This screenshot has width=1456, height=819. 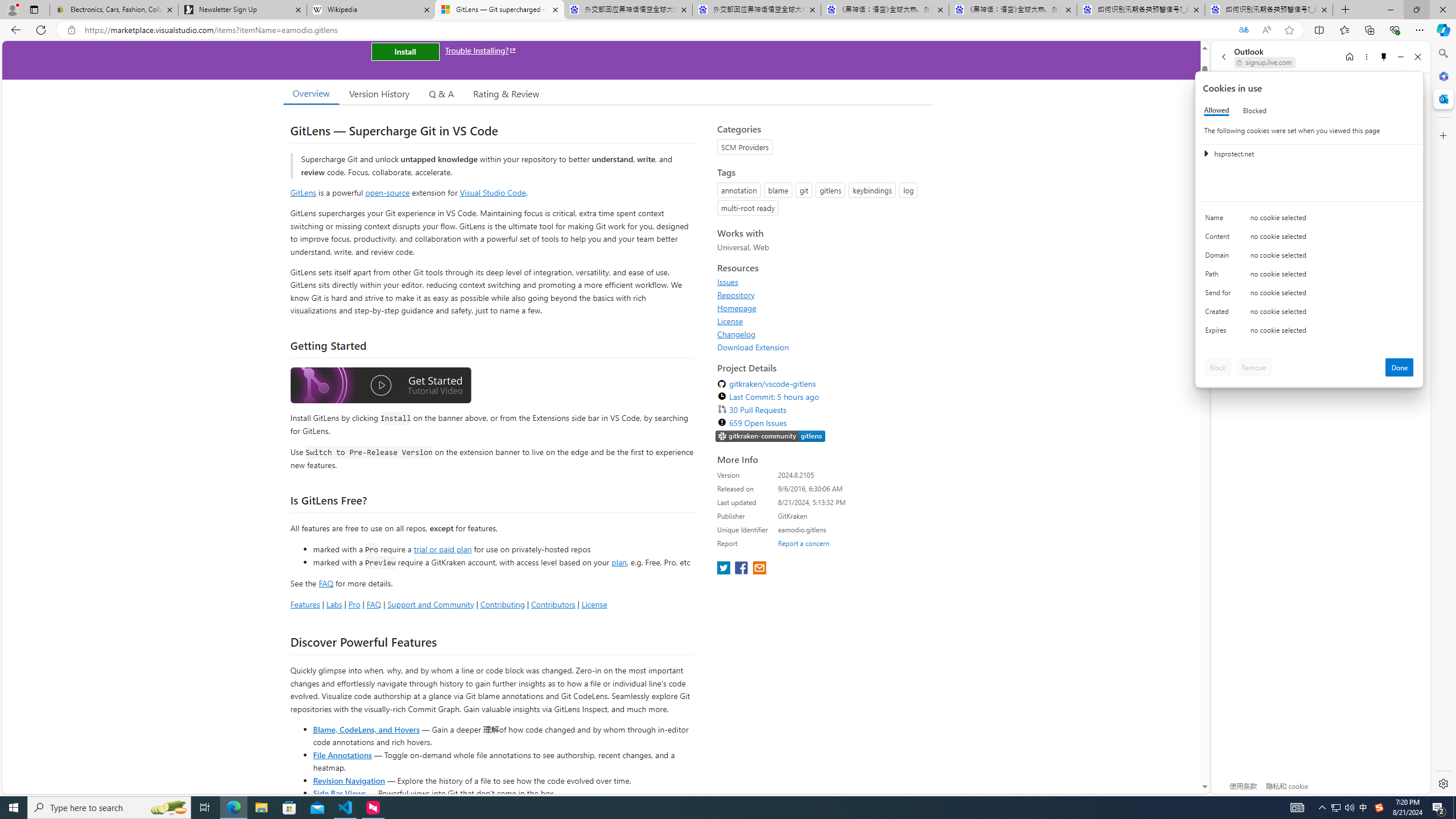 What do you see at coordinates (1219, 220) in the screenshot?
I see `'Name'` at bounding box center [1219, 220].